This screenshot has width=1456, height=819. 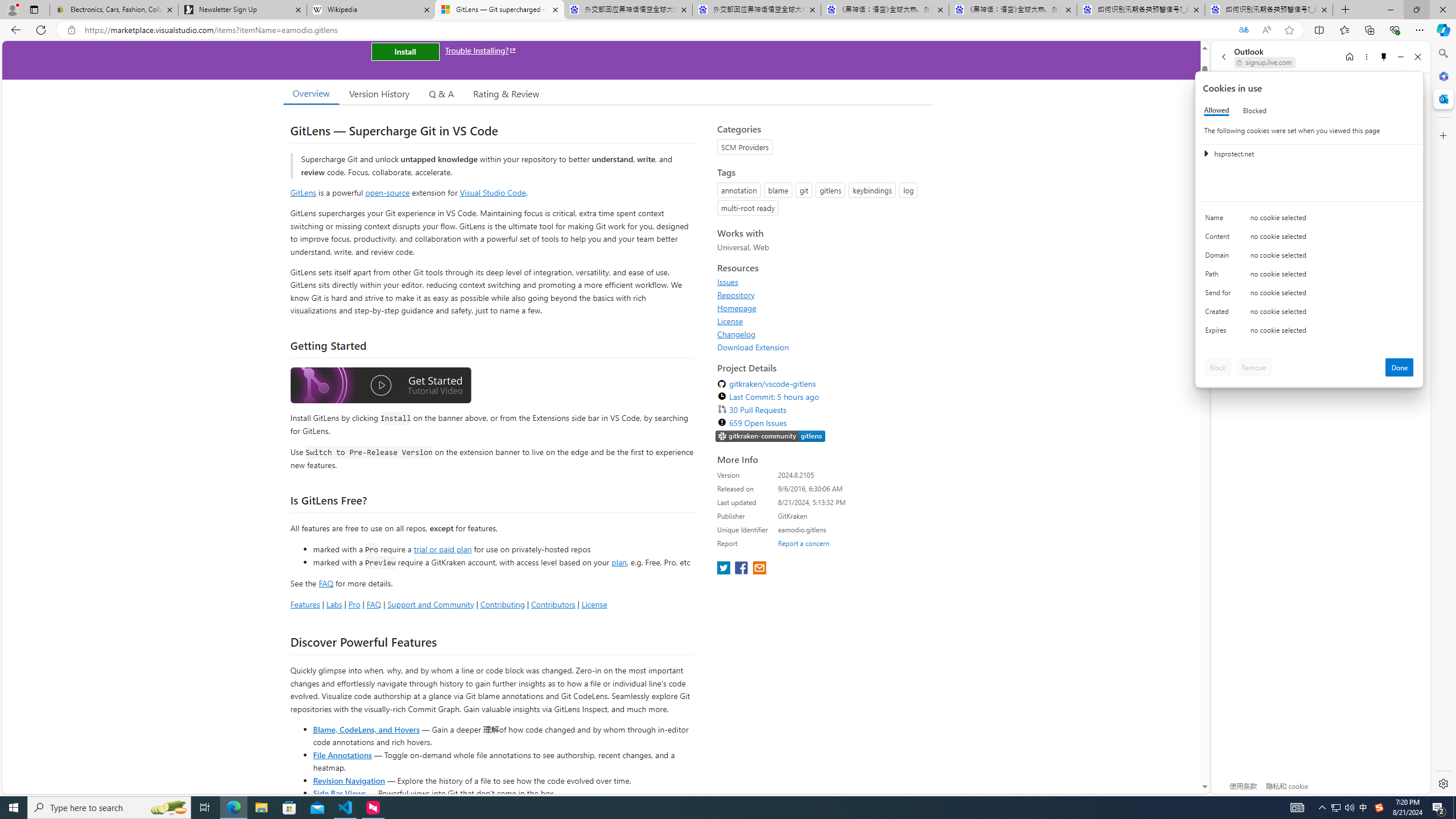 What do you see at coordinates (1219, 220) in the screenshot?
I see `'Name'` at bounding box center [1219, 220].